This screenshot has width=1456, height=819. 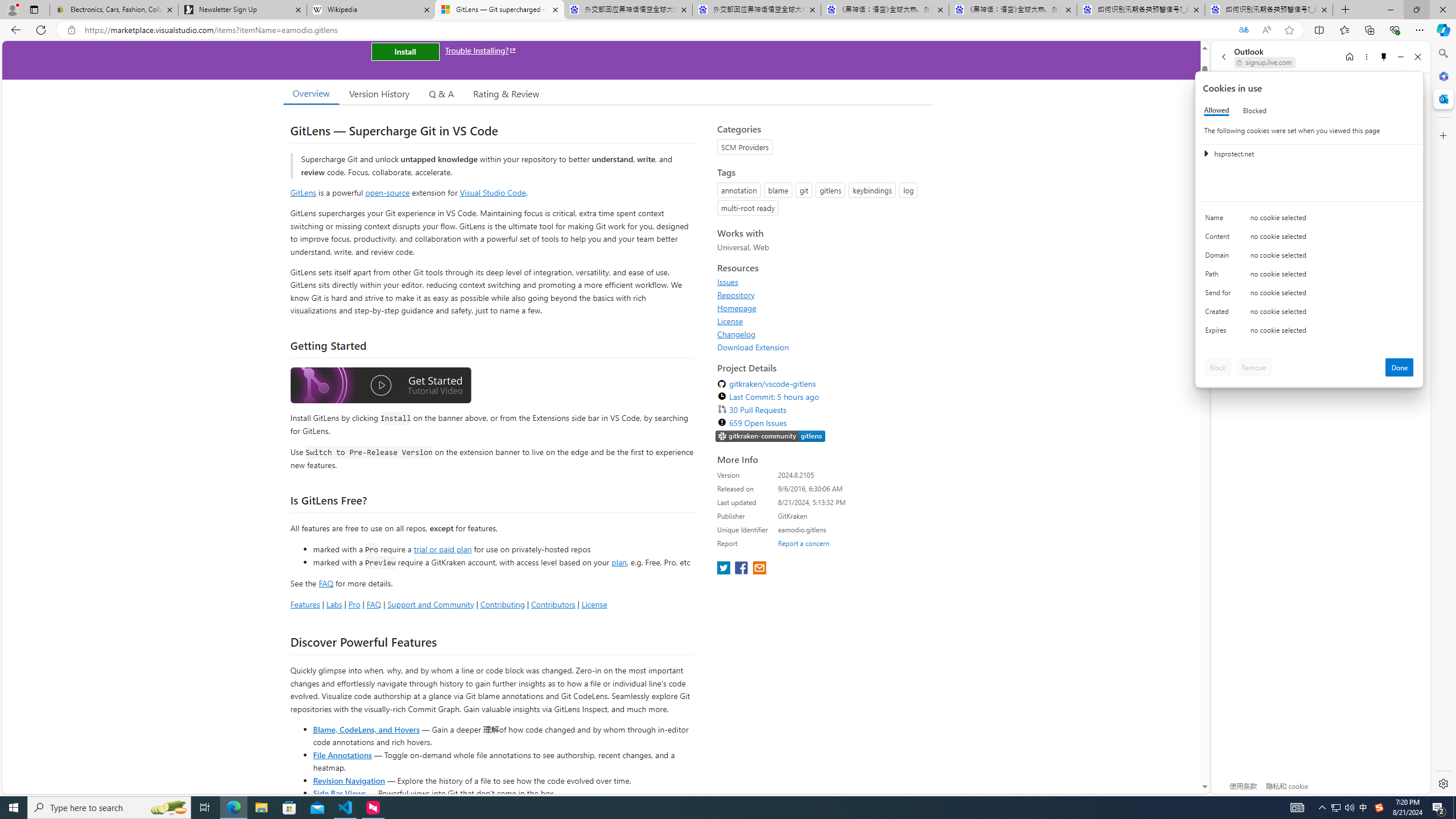 What do you see at coordinates (1219, 220) in the screenshot?
I see `'Name'` at bounding box center [1219, 220].